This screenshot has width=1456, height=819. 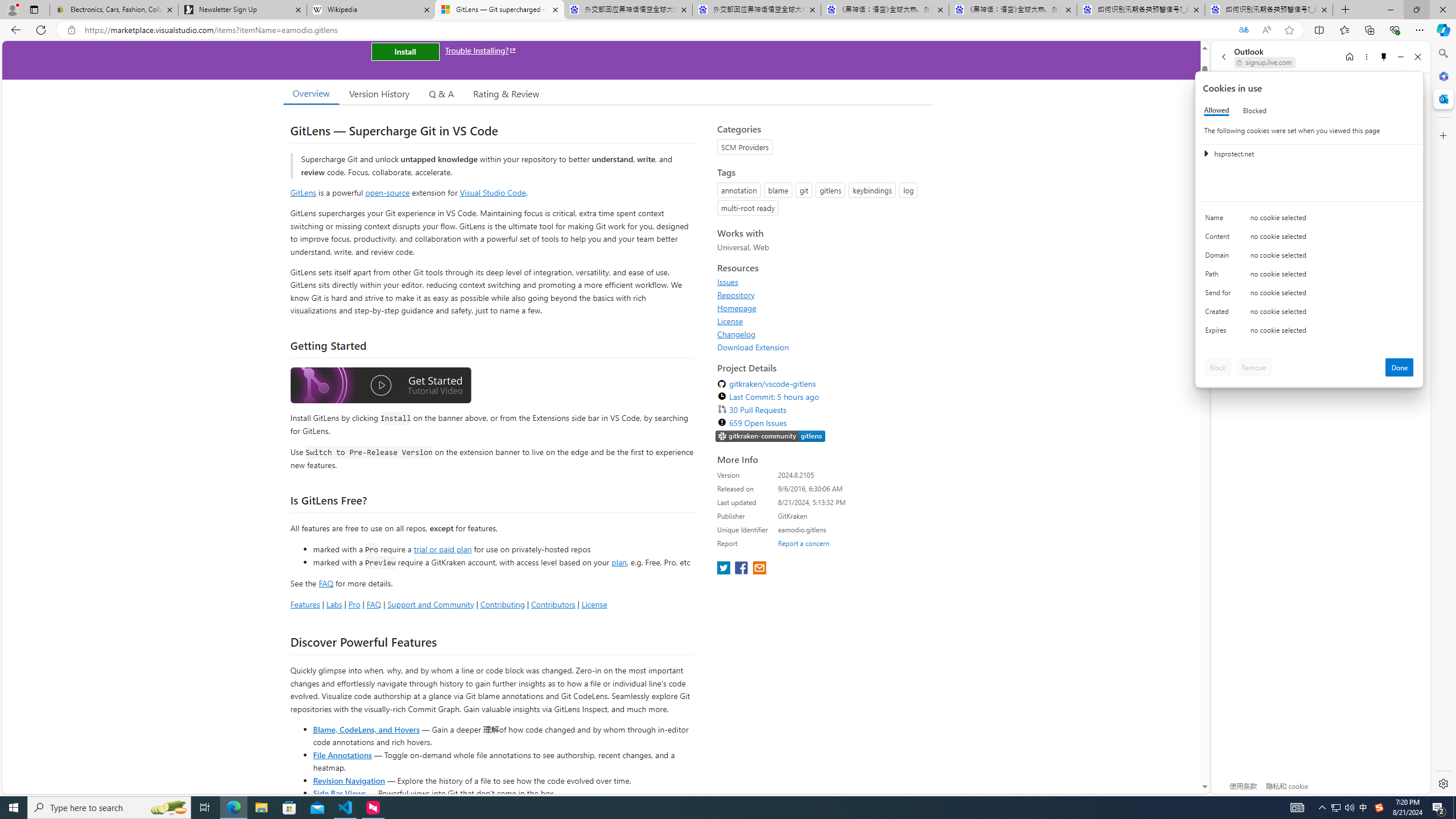 What do you see at coordinates (1219, 220) in the screenshot?
I see `'Name'` at bounding box center [1219, 220].